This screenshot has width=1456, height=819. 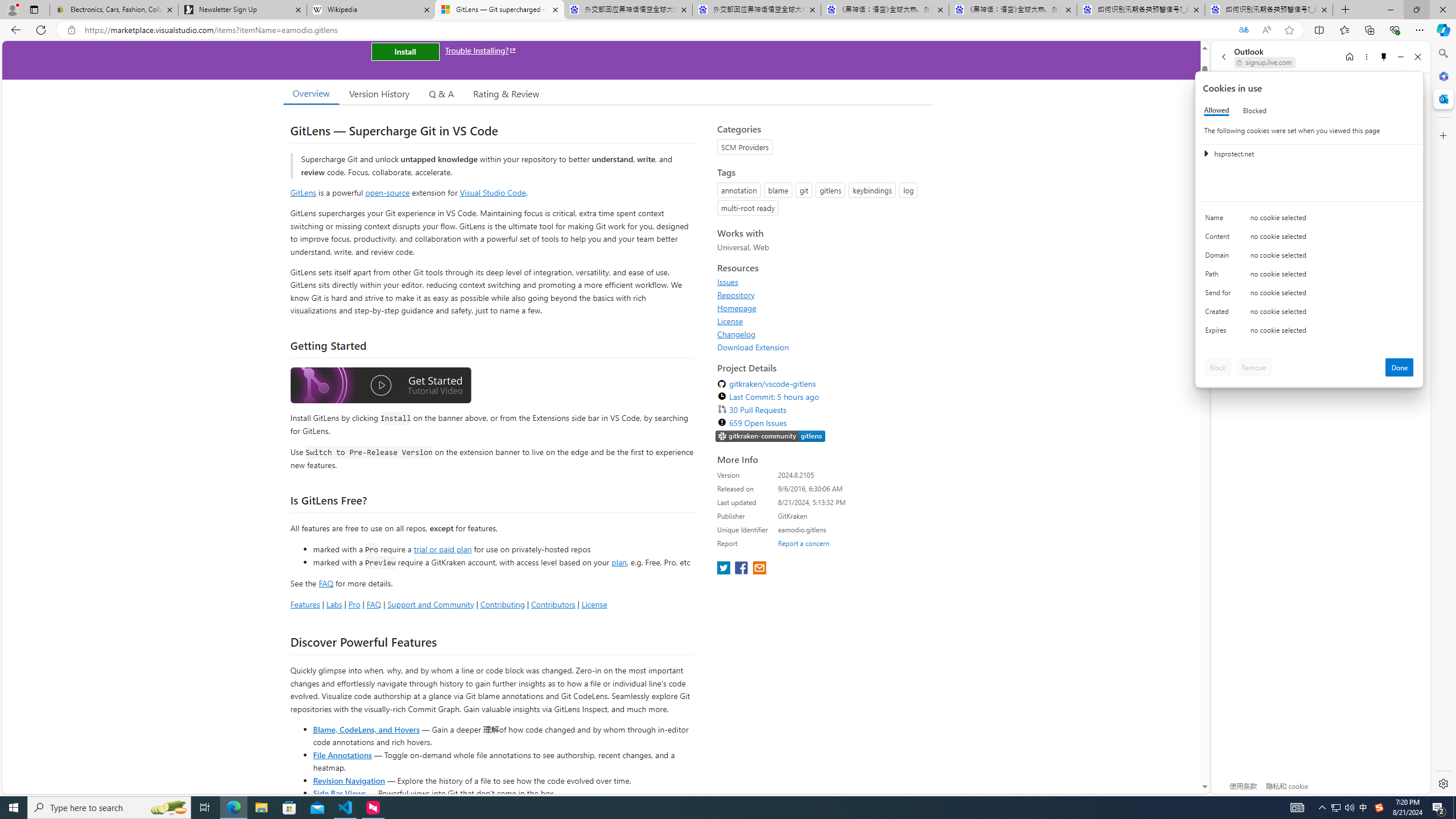 What do you see at coordinates (1219, 220) in the screenshot?
I see `'Name'` at bounding box center [1219, 220].